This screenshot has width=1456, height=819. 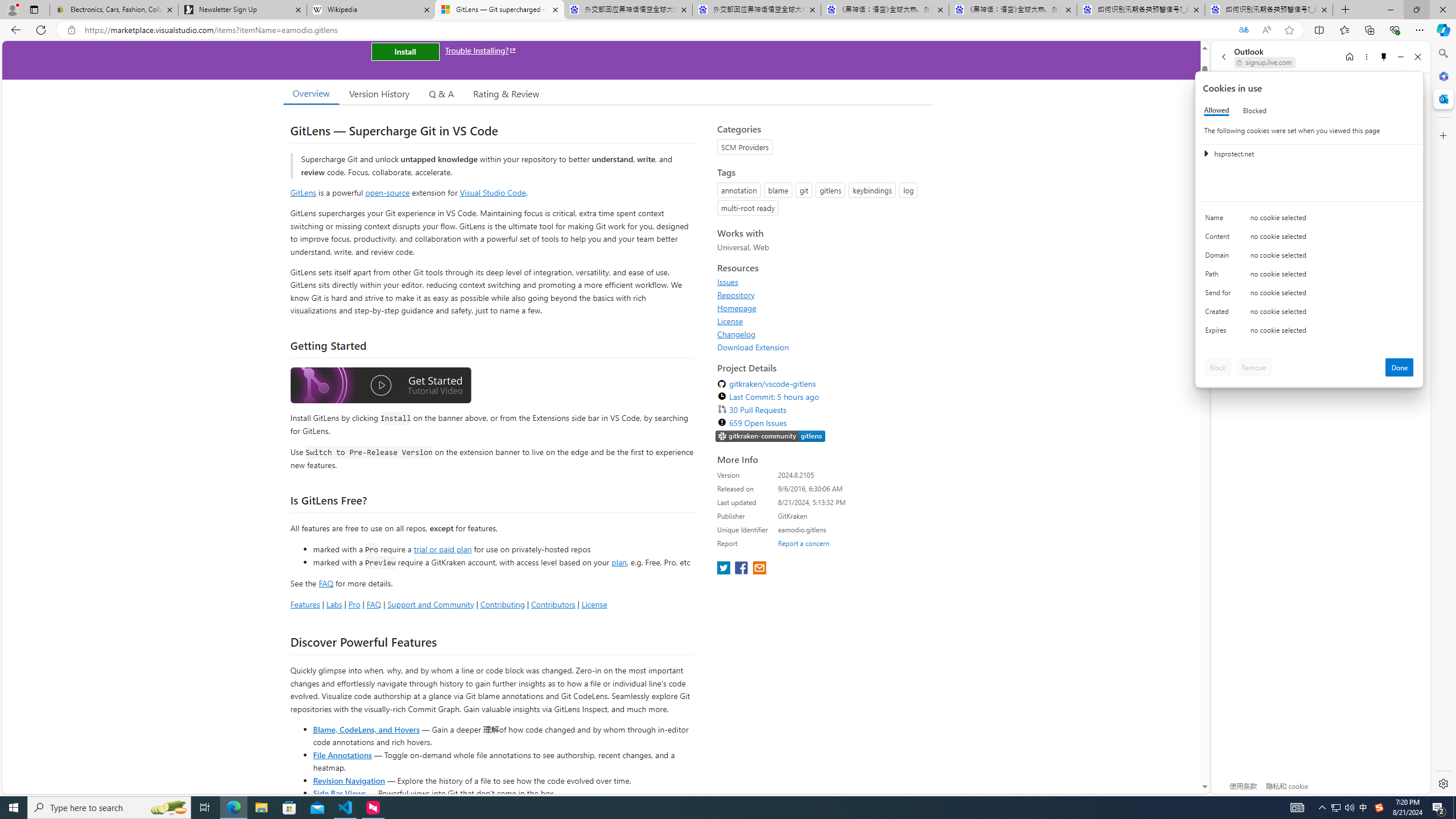 What do you see at coordinates (1219, 220) in the screenshot?
I see `'Name'` at bounding box center [1219, 220].